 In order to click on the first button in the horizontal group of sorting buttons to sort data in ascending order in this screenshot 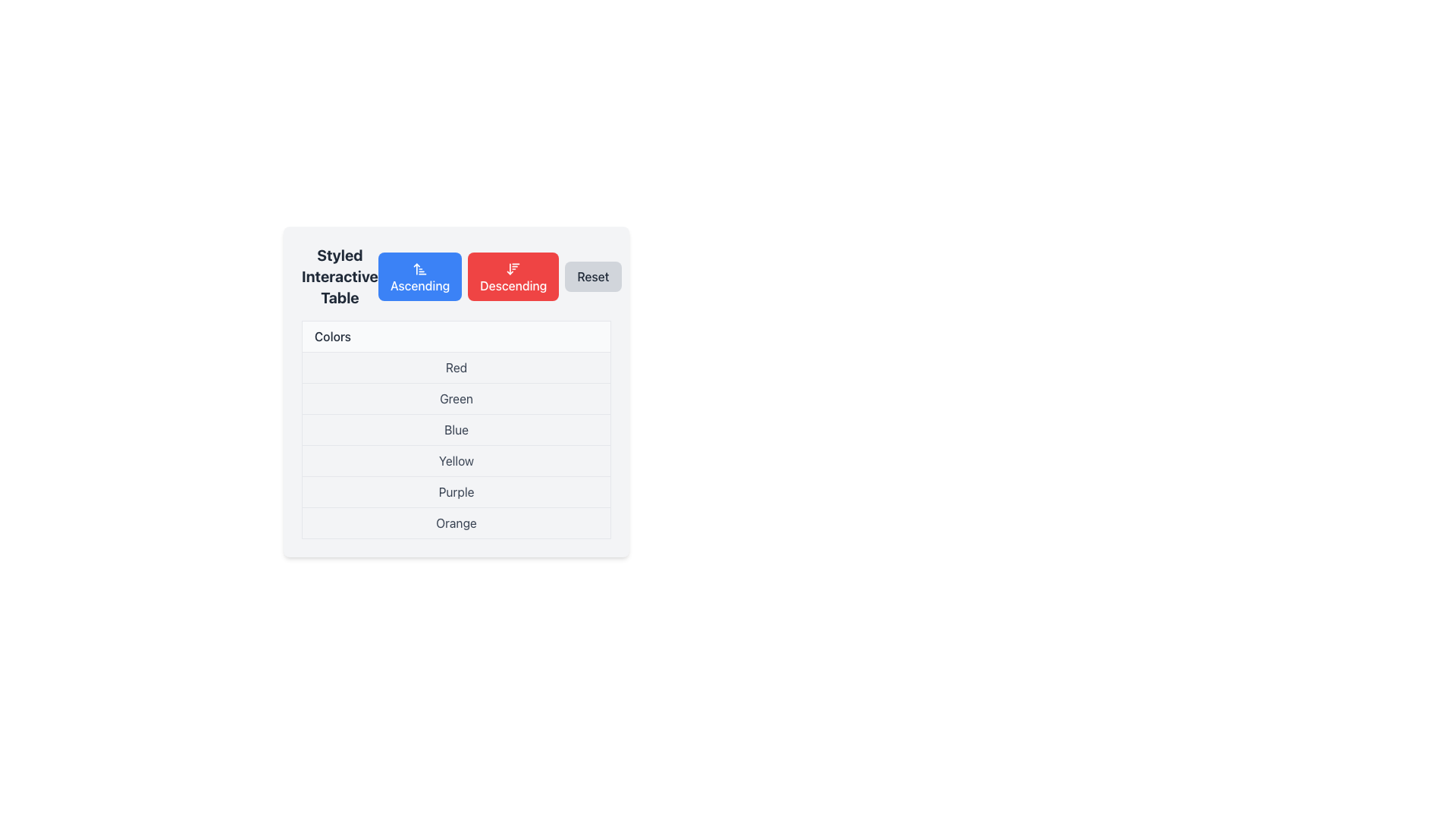, I will do `click(419, 277)`.